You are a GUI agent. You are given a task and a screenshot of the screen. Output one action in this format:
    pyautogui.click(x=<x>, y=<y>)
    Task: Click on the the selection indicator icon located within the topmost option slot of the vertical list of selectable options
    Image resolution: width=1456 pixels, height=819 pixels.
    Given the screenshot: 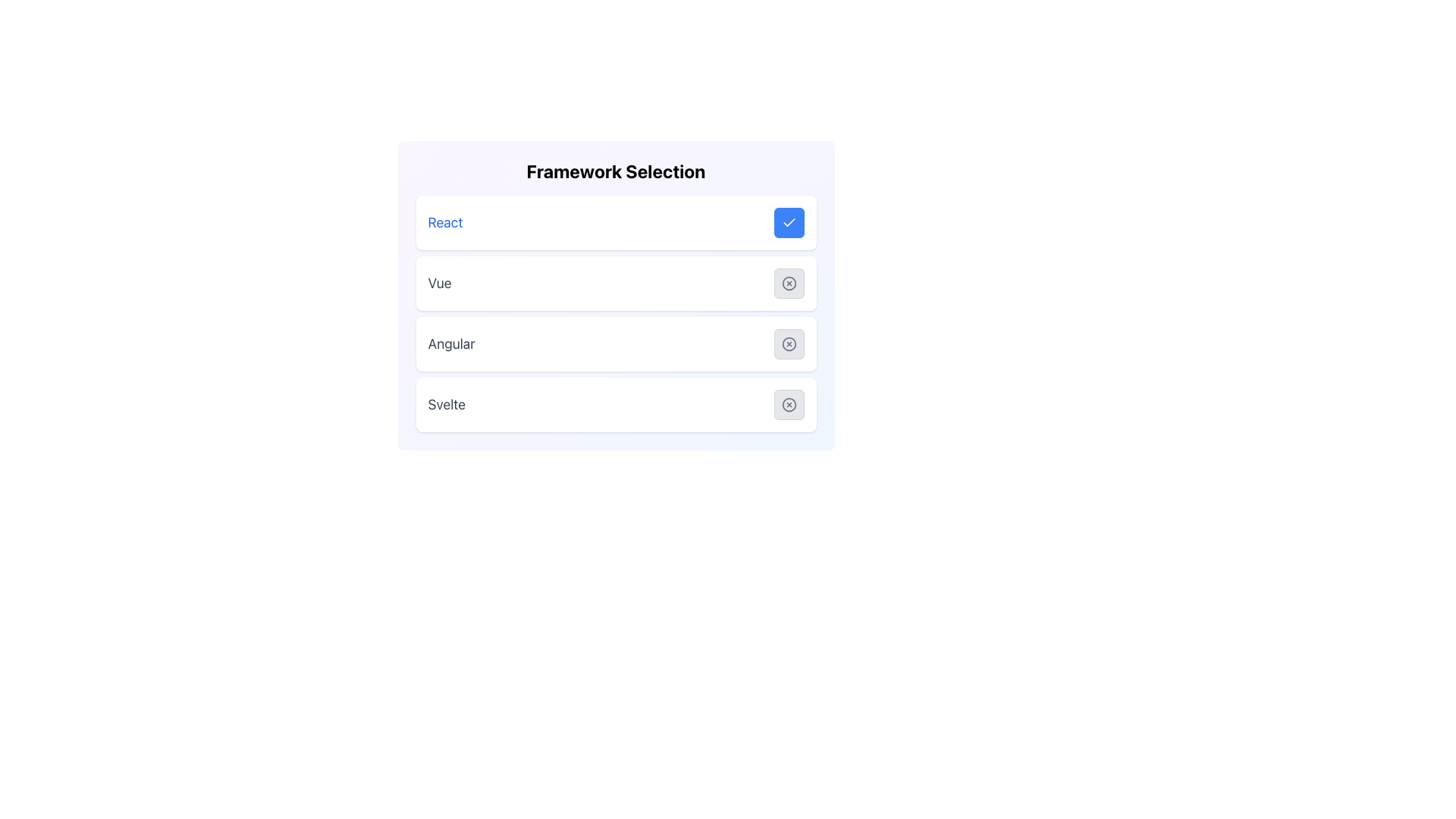 What is the action you would take?
    pyautogui.click(x=789, y=222)
    